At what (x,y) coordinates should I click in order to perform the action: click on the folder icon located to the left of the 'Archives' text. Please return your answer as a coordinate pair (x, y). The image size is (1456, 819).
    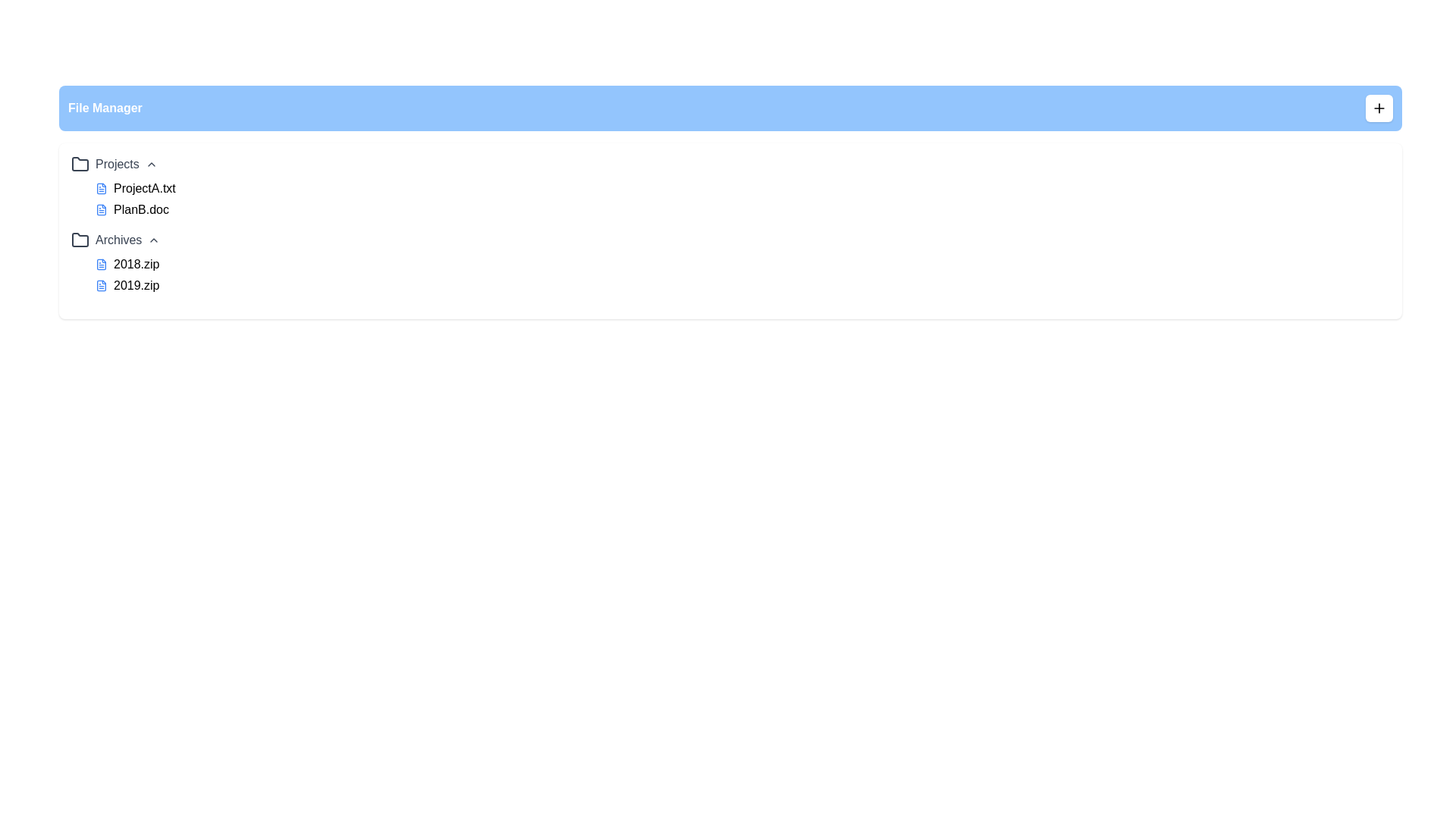
    Looking at the image, I should click on (79, 239).